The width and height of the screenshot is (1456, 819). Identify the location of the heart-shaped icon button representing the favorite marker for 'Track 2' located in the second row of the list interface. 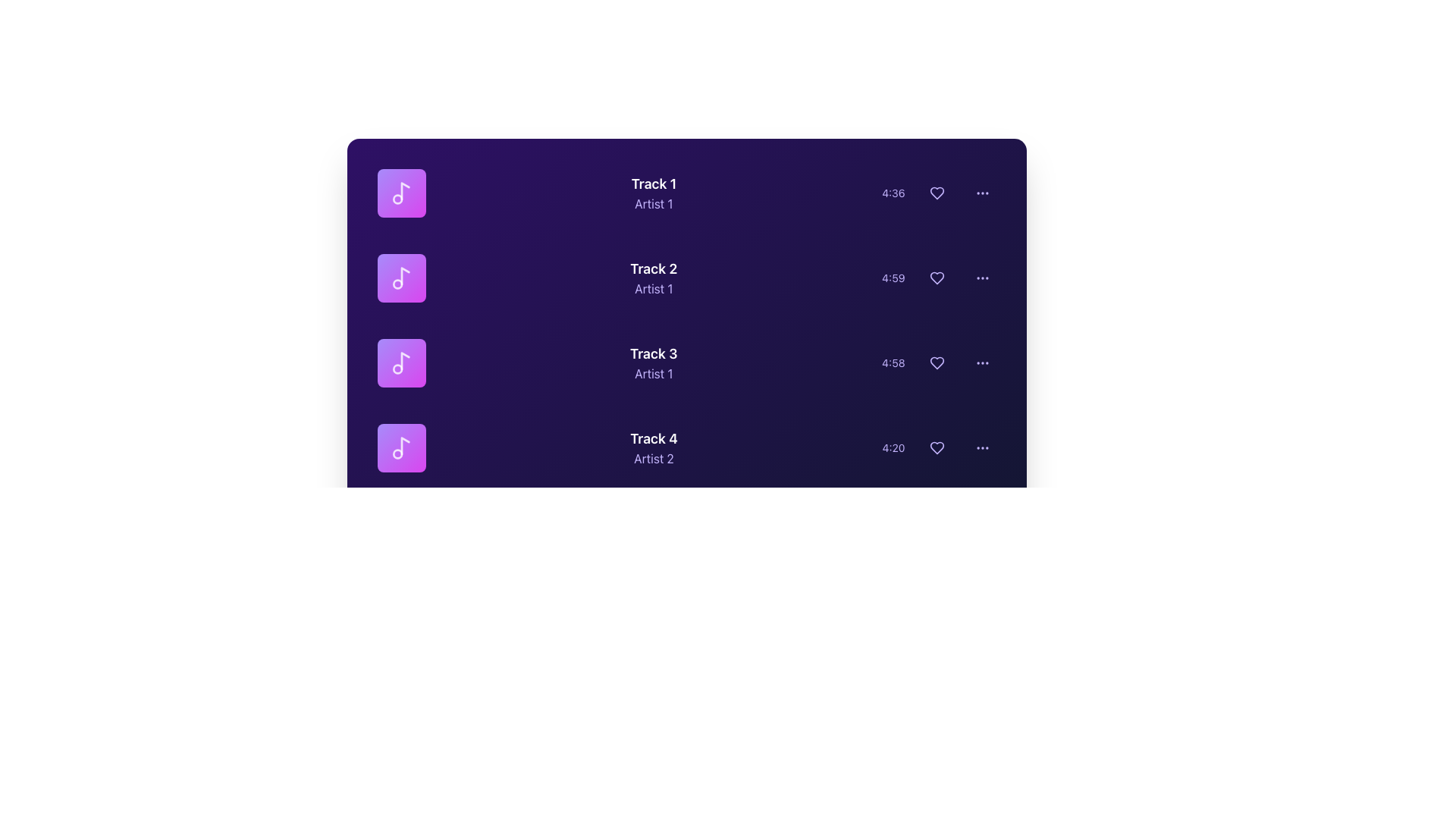
(936, 278).